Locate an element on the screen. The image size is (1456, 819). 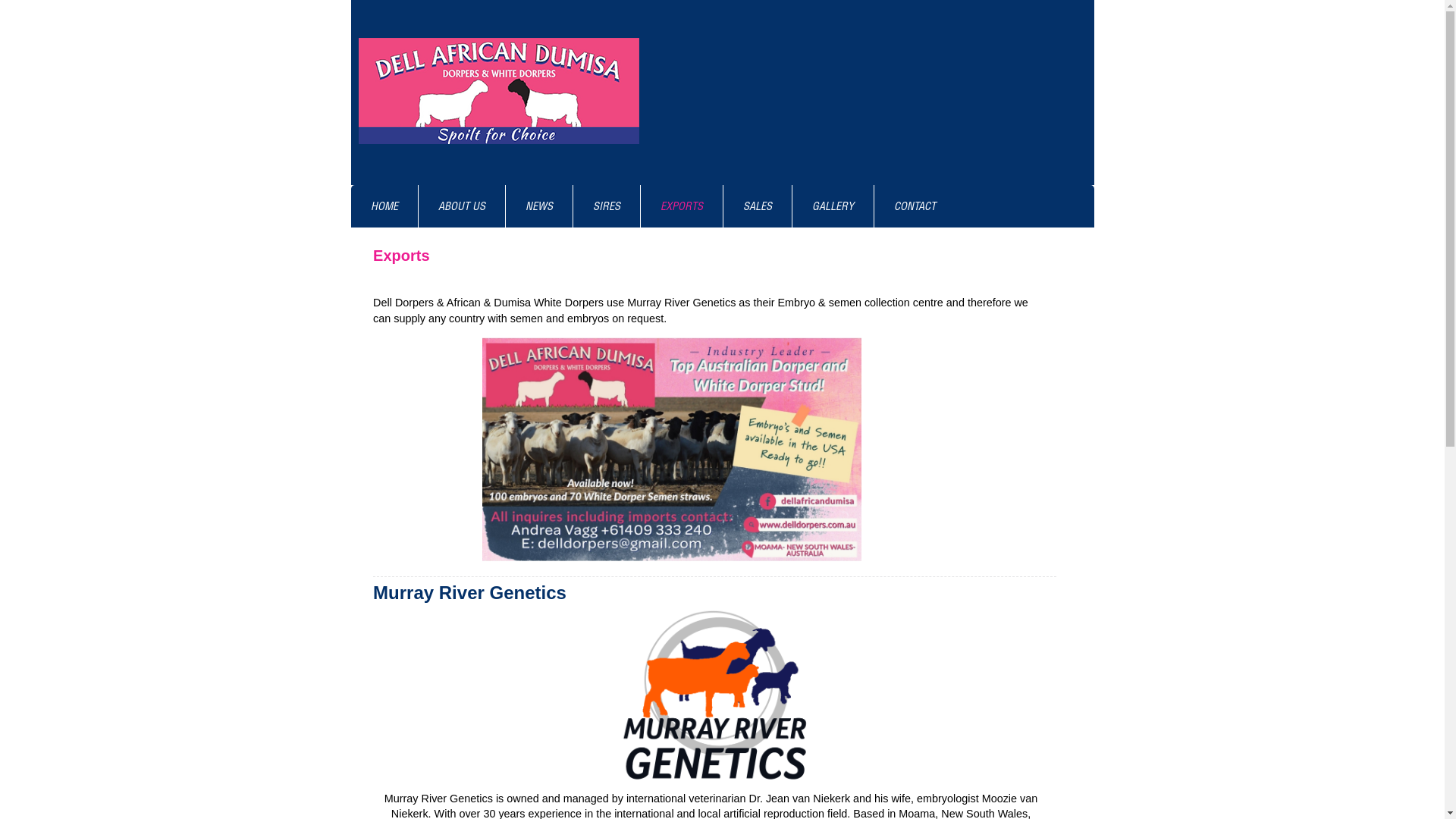
'SIRES' is located at coordinates (607, 206).